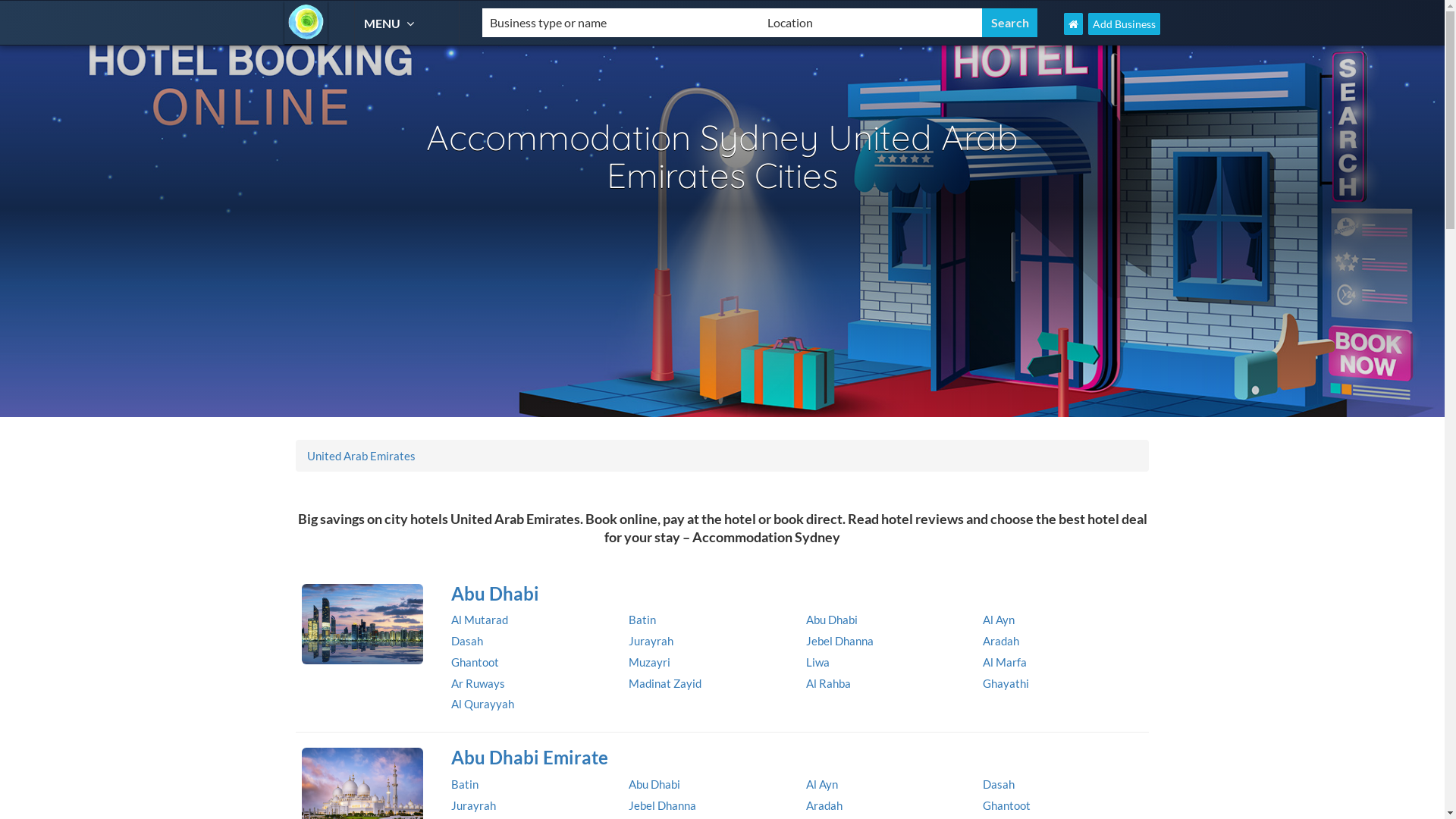  I want to click on 'Aradah', so click(1001, 640).